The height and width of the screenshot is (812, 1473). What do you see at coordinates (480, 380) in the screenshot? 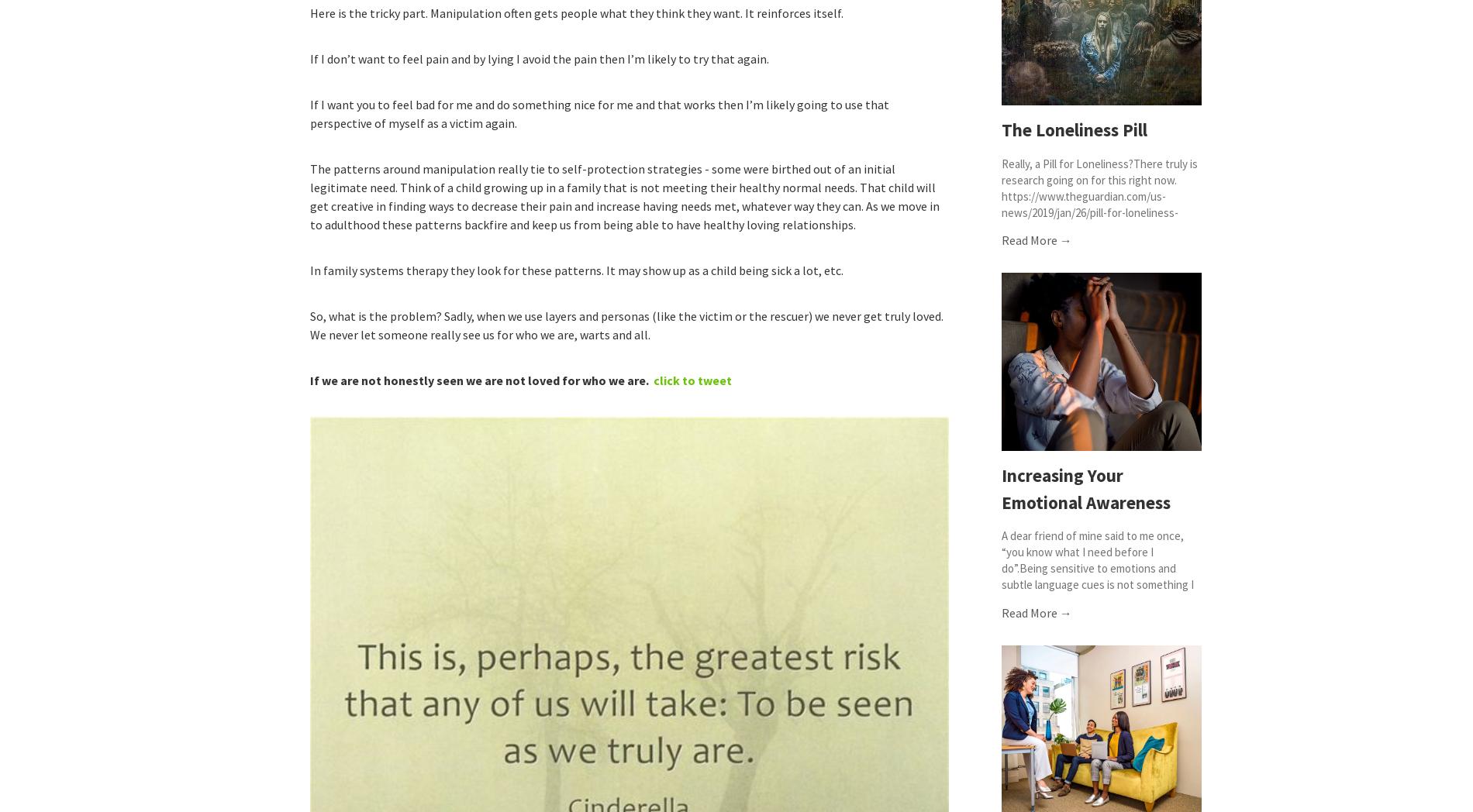
I see `'If we are not honestly seen we are not loved for who we are.'` at bounding box center [480, 380].